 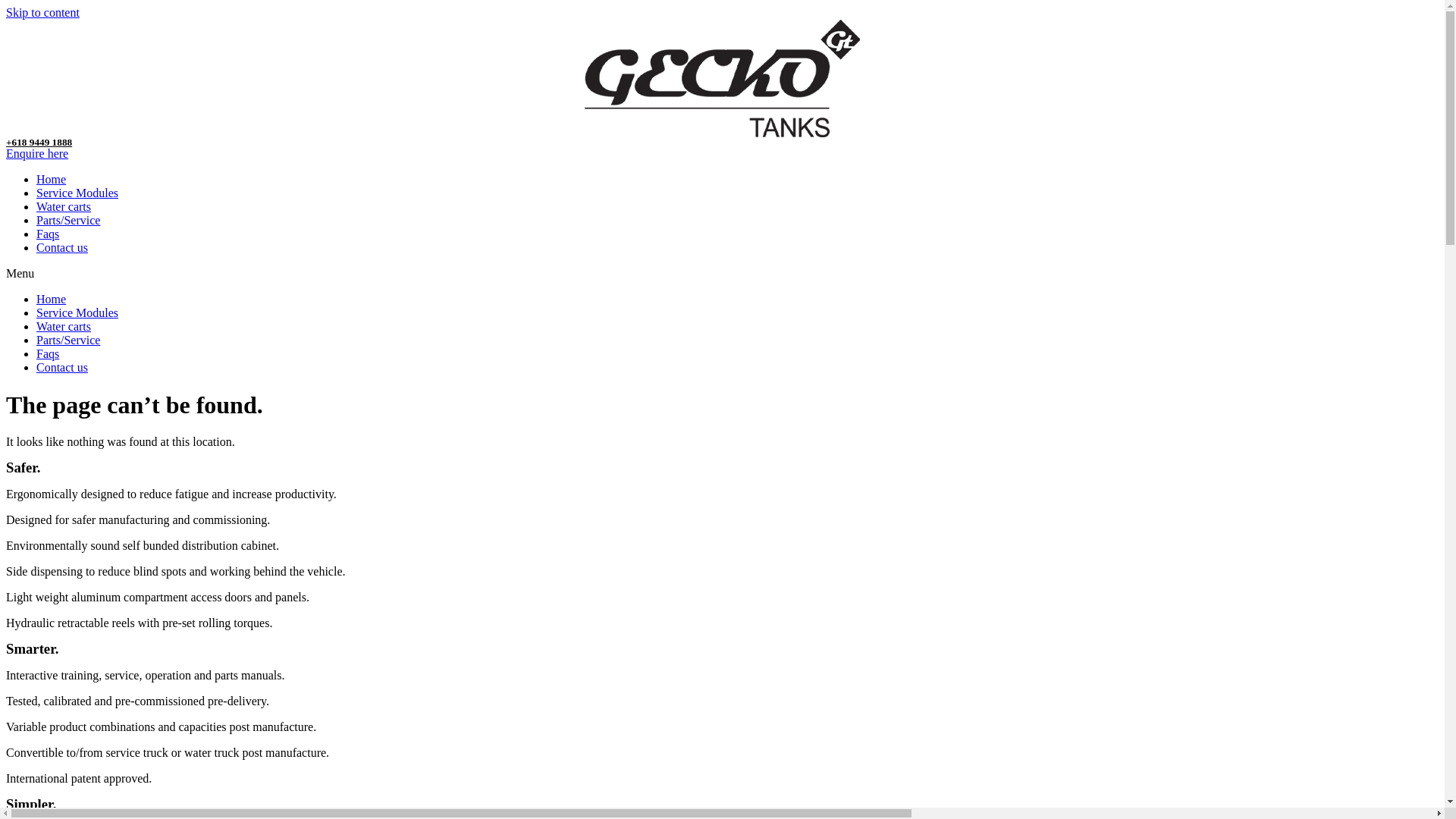 What do you see at coordinates (36, 246) in the screenshot?
I see `'Contact us'` at bounding box center [36, 246].